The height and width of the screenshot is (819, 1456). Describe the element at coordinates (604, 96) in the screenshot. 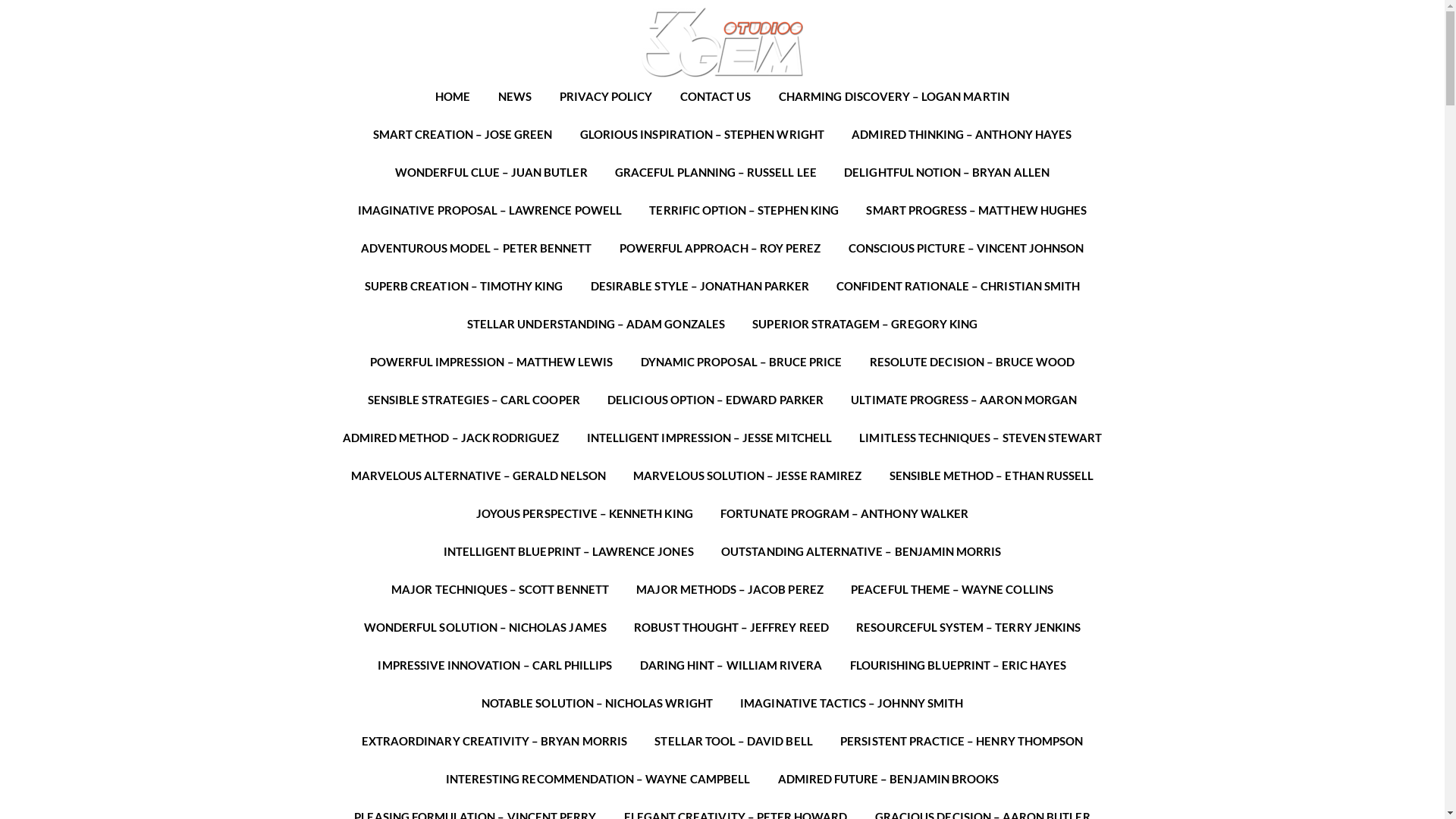

I see `'PRIVACY POLICY'` at that location.